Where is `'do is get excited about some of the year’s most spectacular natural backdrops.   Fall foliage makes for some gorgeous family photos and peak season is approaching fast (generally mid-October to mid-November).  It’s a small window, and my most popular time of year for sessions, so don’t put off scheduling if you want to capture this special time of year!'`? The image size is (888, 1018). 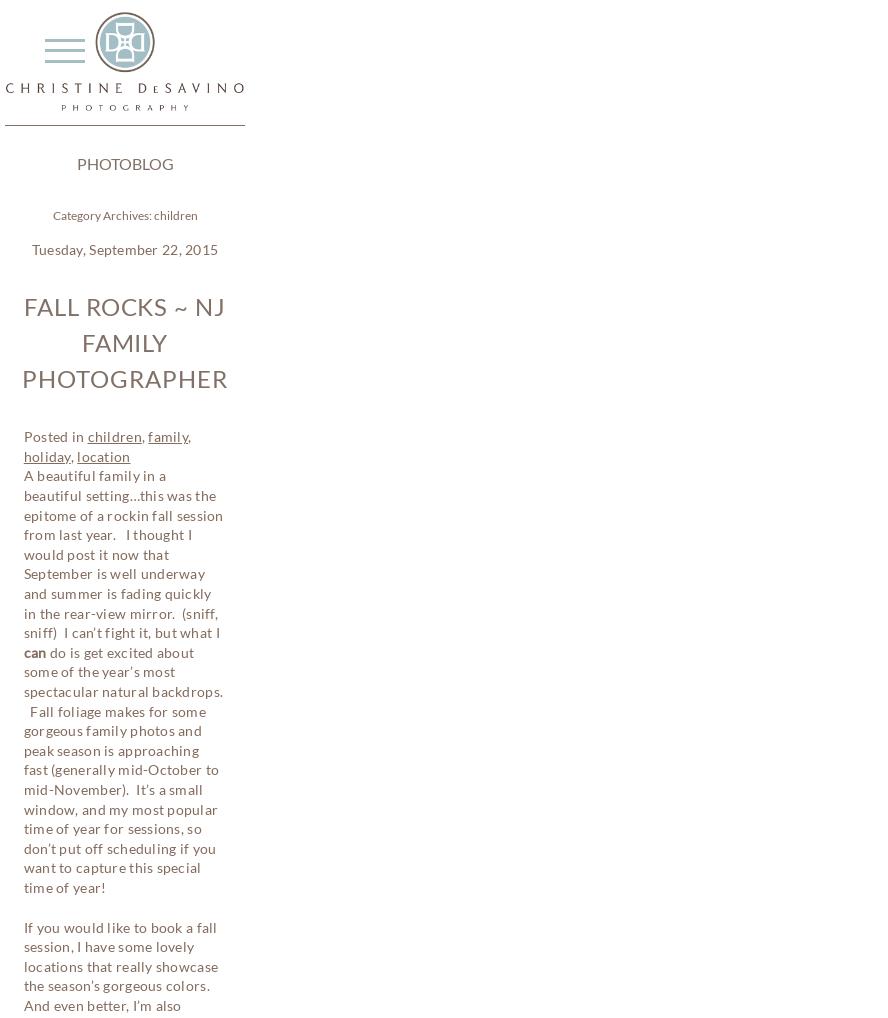 'do is get excited about some of the year’s most spectacular natural backdrops.   Fall foliage makes for some gorgeous family photos and peak season is approaching fast (generally mid-October to mid-November).  It’s a small window, and my most popular time of year for sessions, so don’t put off scheduling if you want to capture this special time of year!' is located at coordinates (122, 768).